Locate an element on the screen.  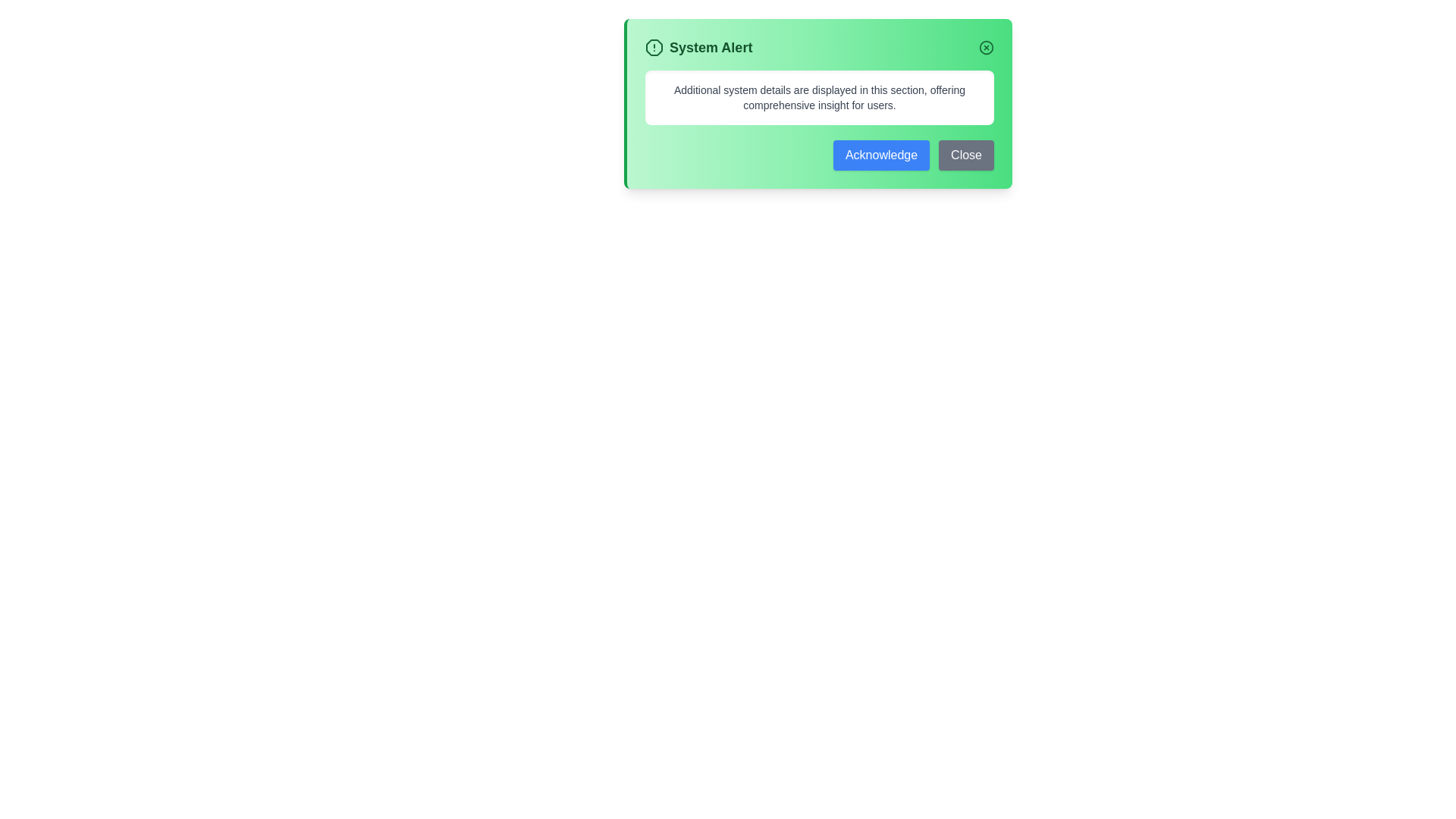
the close icon to observe its hover effect is located at coordinates (986, 46).